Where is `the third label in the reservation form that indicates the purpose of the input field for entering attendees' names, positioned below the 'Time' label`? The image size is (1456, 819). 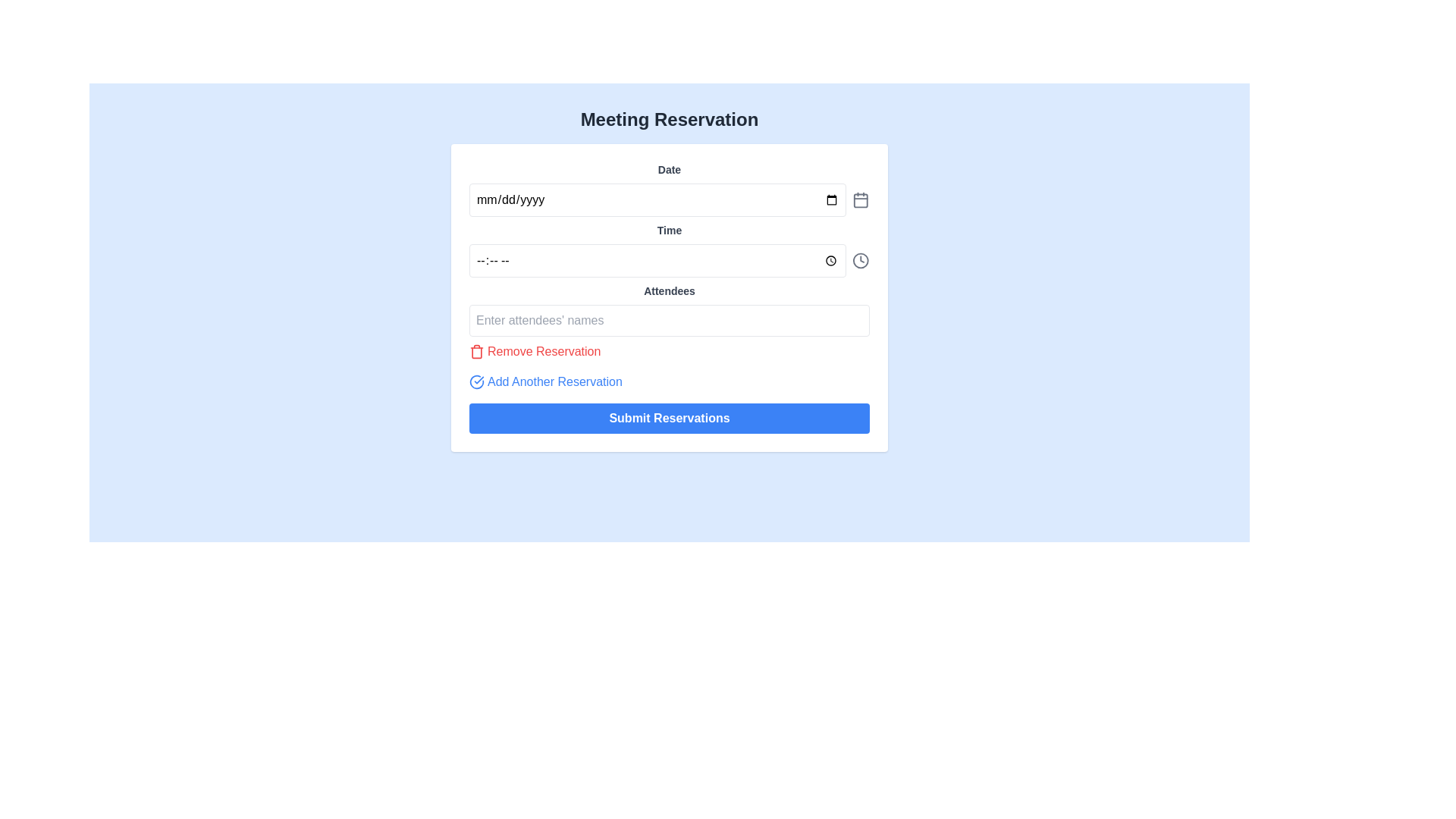
the third label in the reservation form that indicates the purpose of the input field for entering attendees' names, positioned below the 'Time' label is located at coordinates (669, 291).